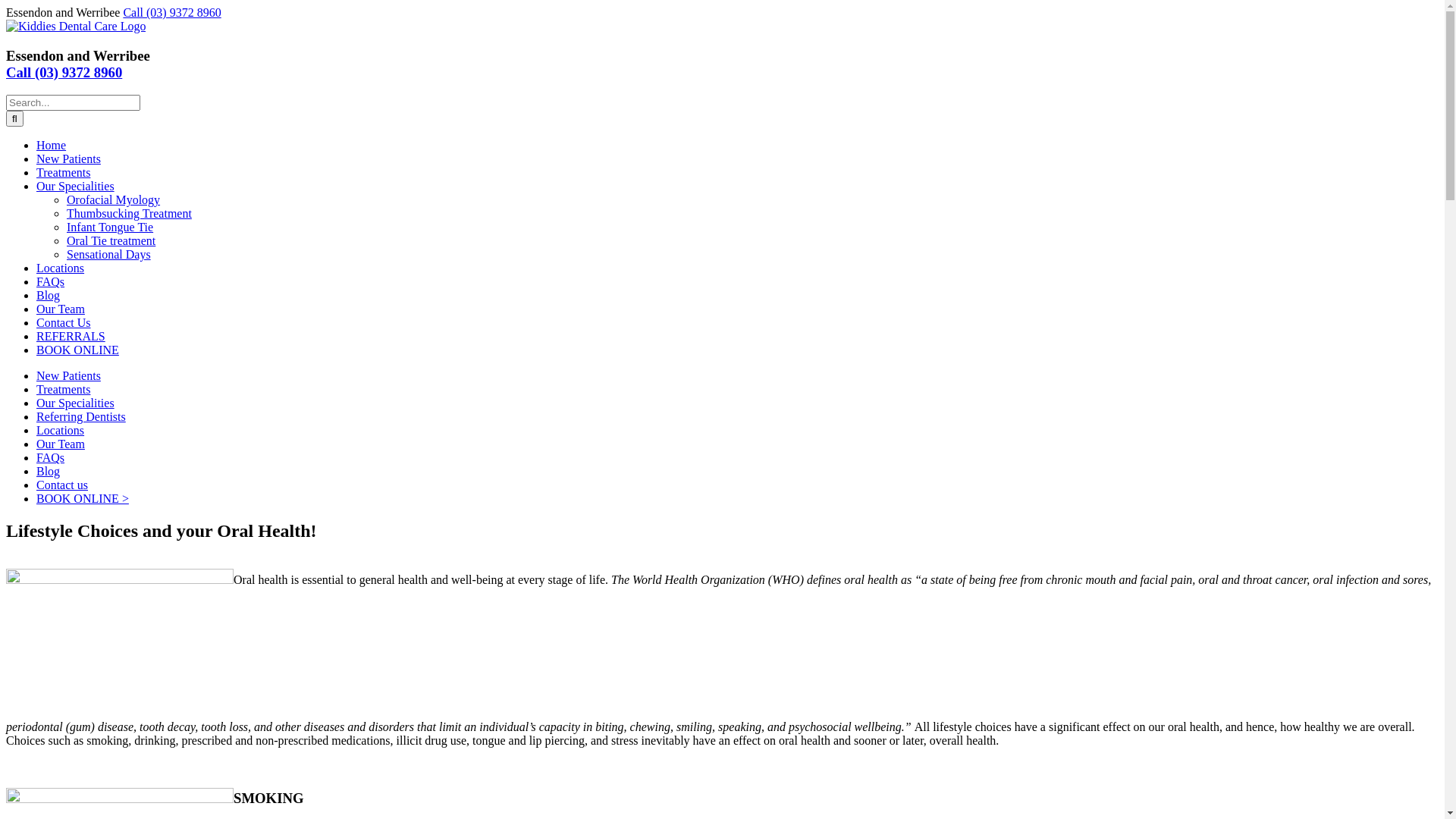  Describe the element at coordinates (74, 185) in the screenshot. I see `'Our Specialities'` at that location.